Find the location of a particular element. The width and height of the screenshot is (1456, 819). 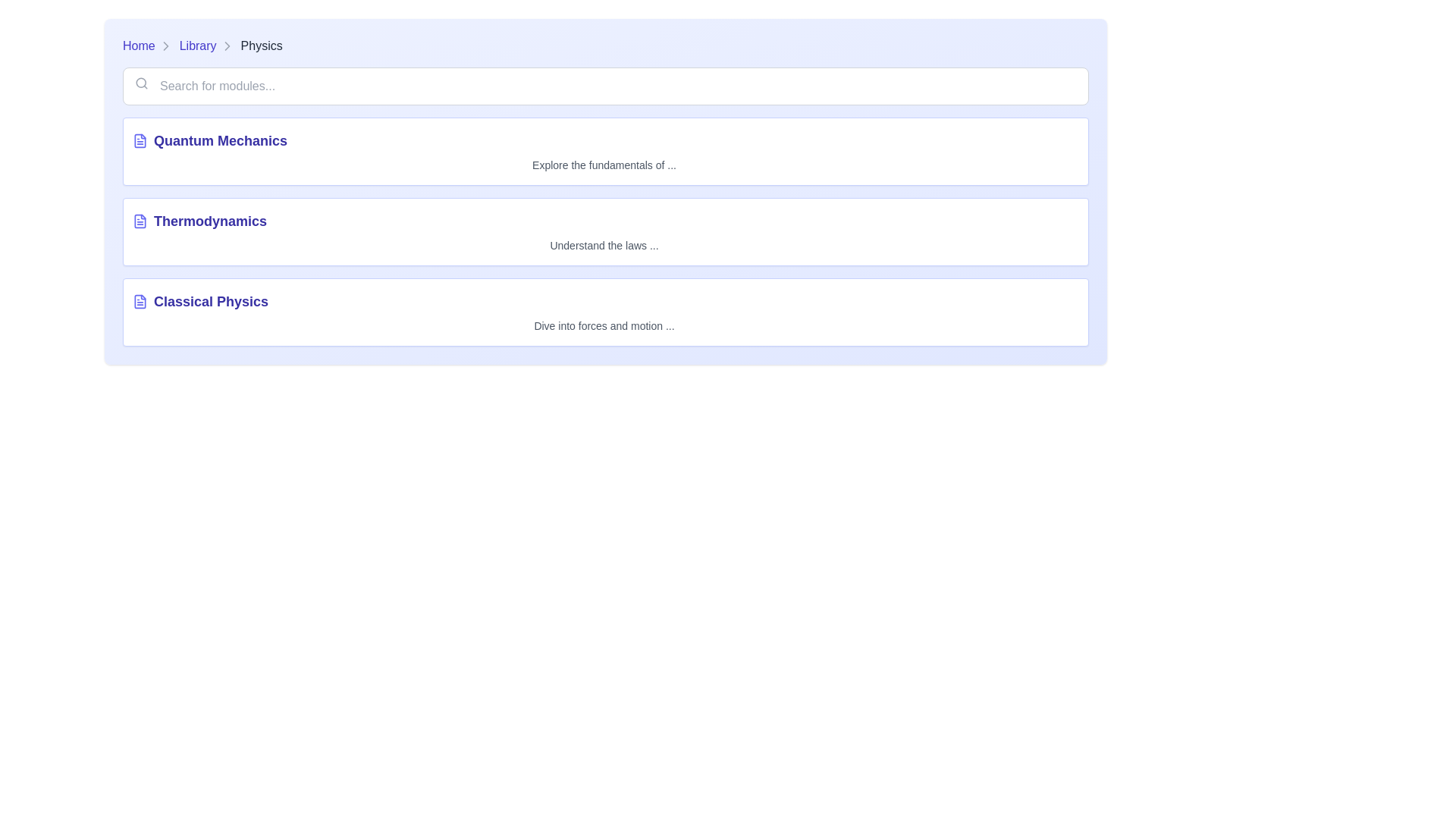

the chevron or arrow icon in the breadcrumb navigation bar, which indicates navigation direction and separates breadcrumb titles, located adjacent to the 'Library' breadcrumb text is located at coordinates (165, 45).